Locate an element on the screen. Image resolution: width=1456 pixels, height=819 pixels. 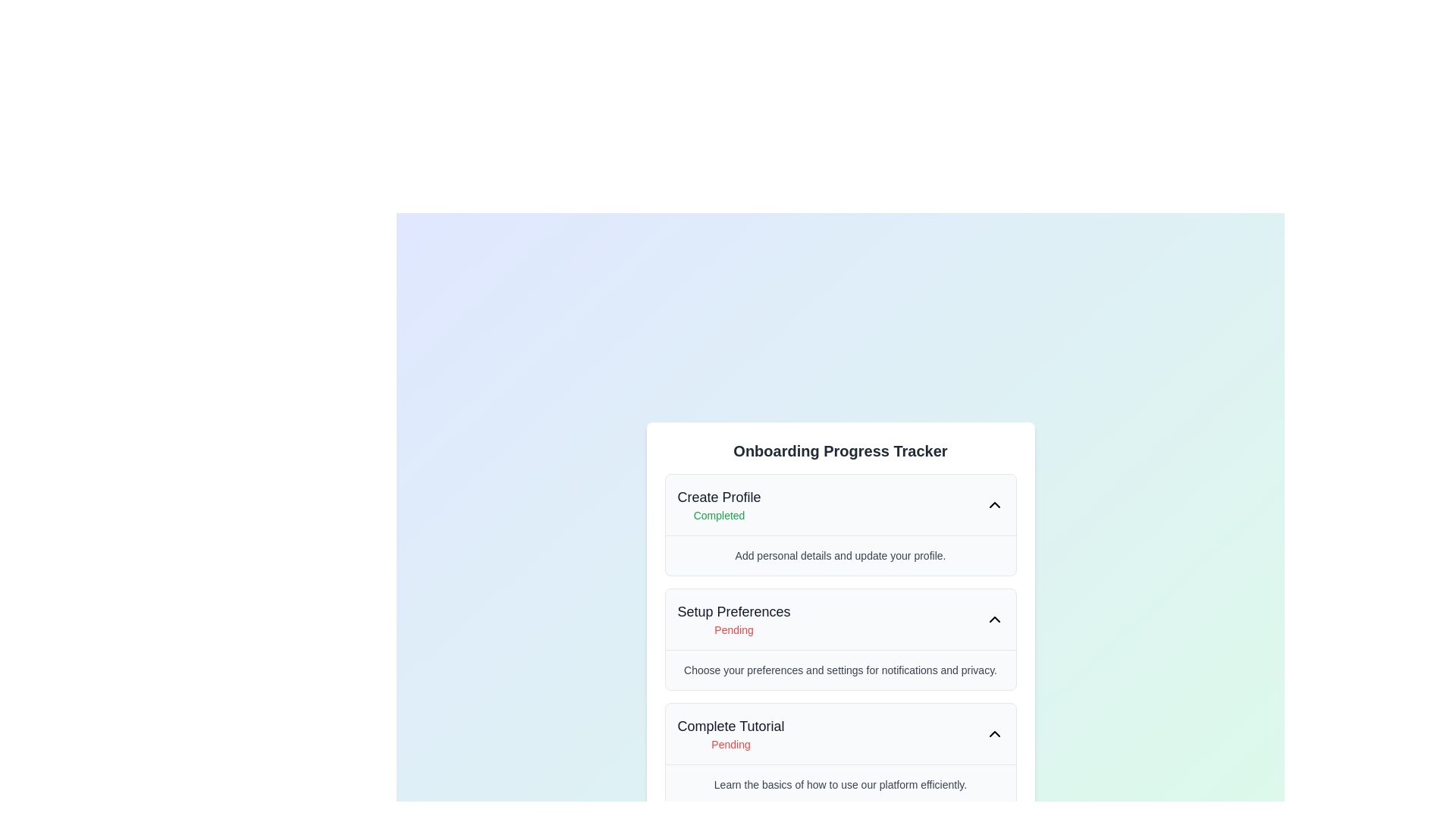
the status area of the 'Setup Preferences' task card, which is the second task item in the 'Onboarding Progress Tracker' interface, to initiate potential interactions is located at coordinates (839, 639).